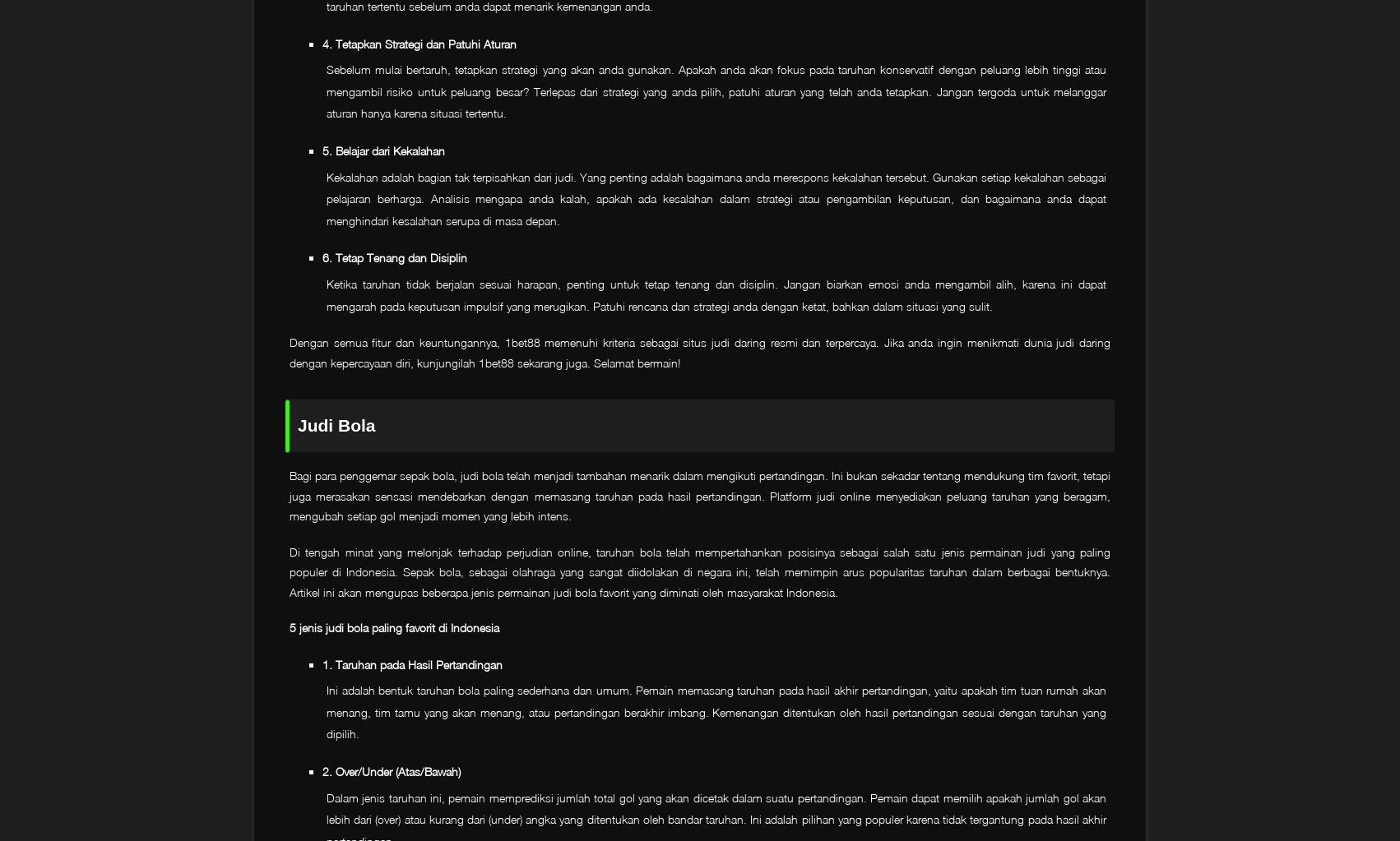 This screenshot has height=841, width=1400. Describe the element at coordinates (418, 42) in the screenshot. I see `'4. Tetapkan Strategi dan Patuhi Aturan'` at that location.